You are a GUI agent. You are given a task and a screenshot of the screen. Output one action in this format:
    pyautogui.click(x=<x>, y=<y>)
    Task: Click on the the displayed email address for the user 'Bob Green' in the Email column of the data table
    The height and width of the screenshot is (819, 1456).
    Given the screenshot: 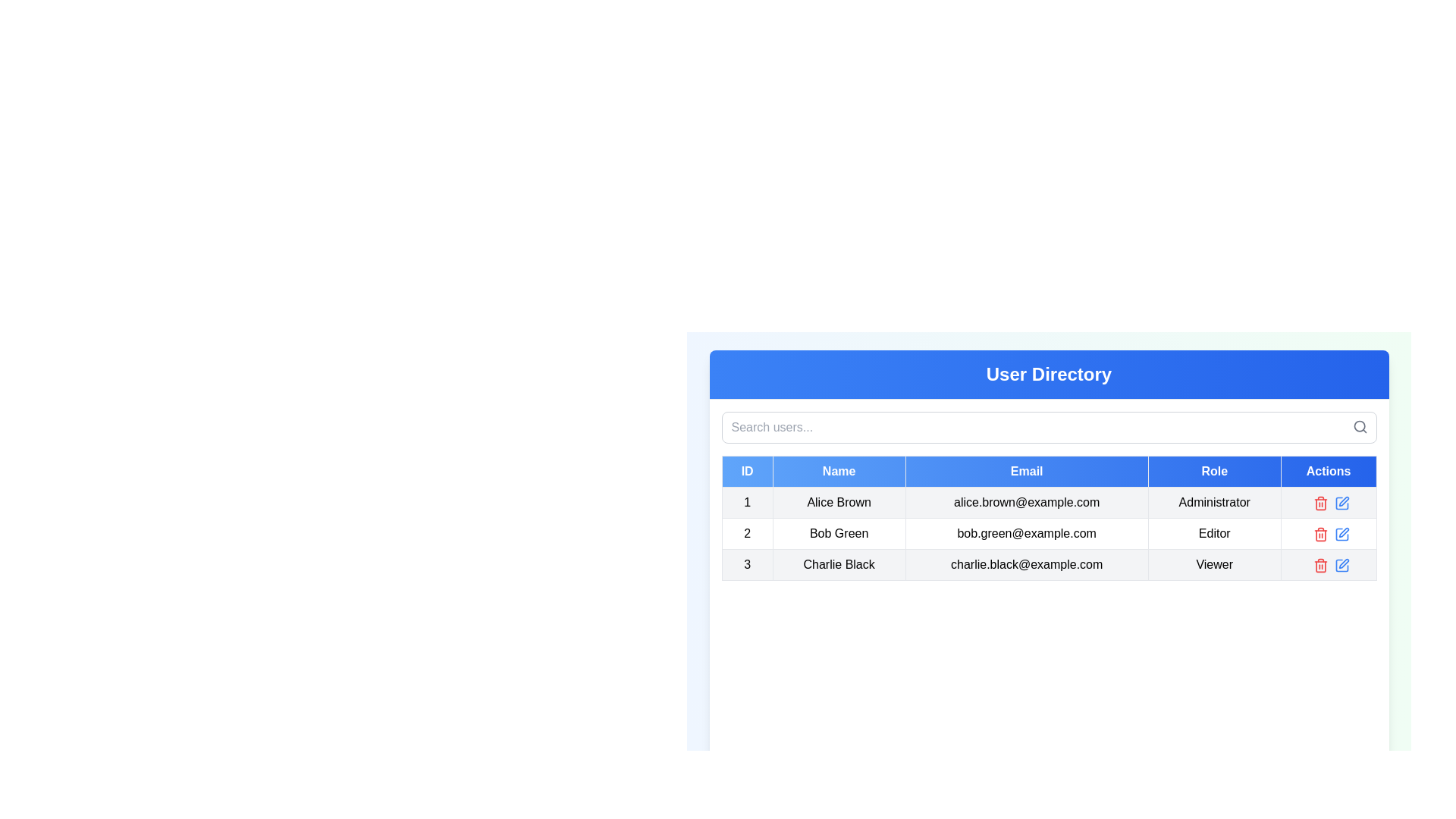 What is the action you would take?
    pyautogui.click(x=1027, y=533)
    